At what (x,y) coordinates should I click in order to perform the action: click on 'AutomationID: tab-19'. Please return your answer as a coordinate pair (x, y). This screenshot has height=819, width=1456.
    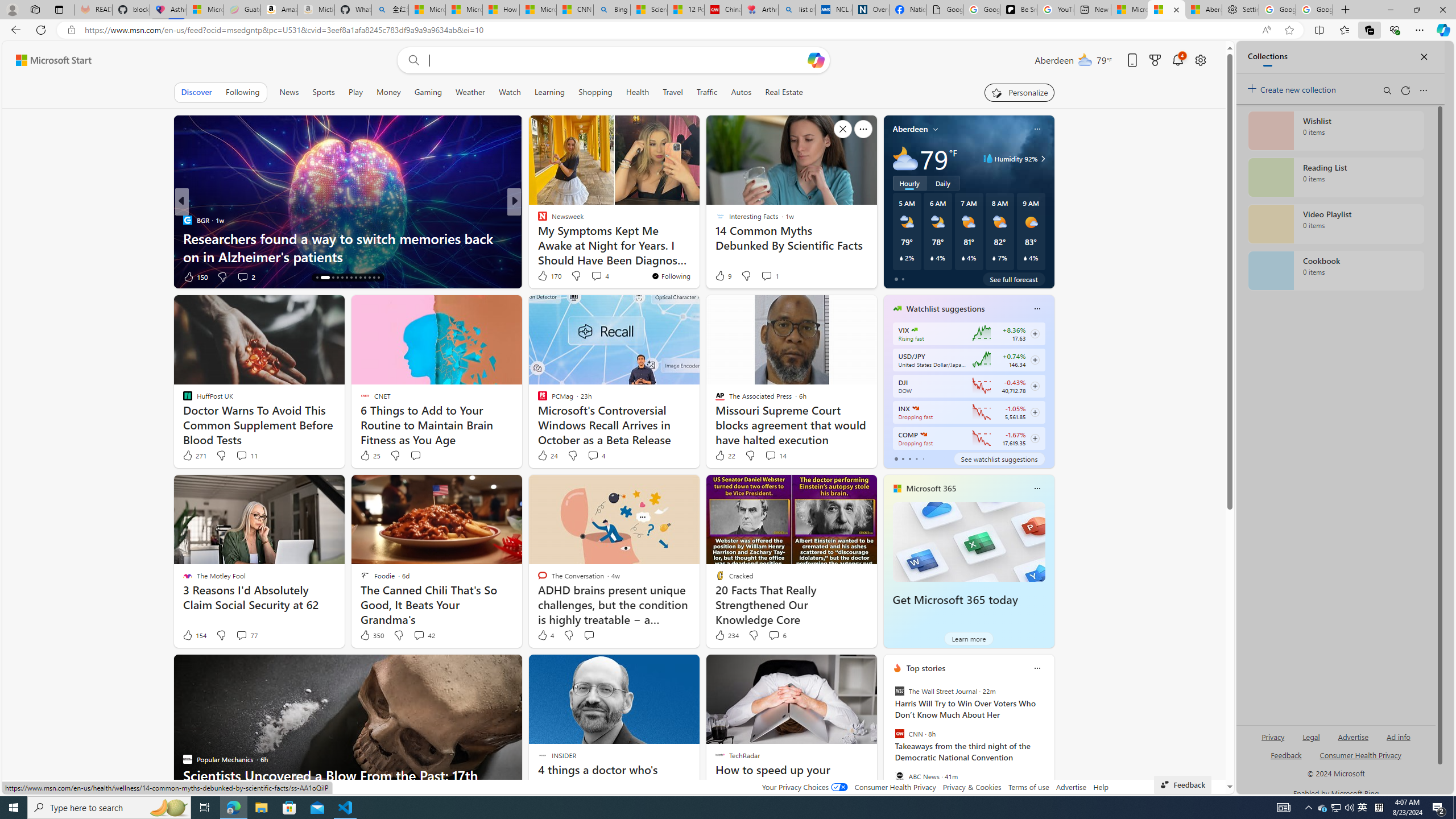
    Looking at the image, I should click on (346, 277).